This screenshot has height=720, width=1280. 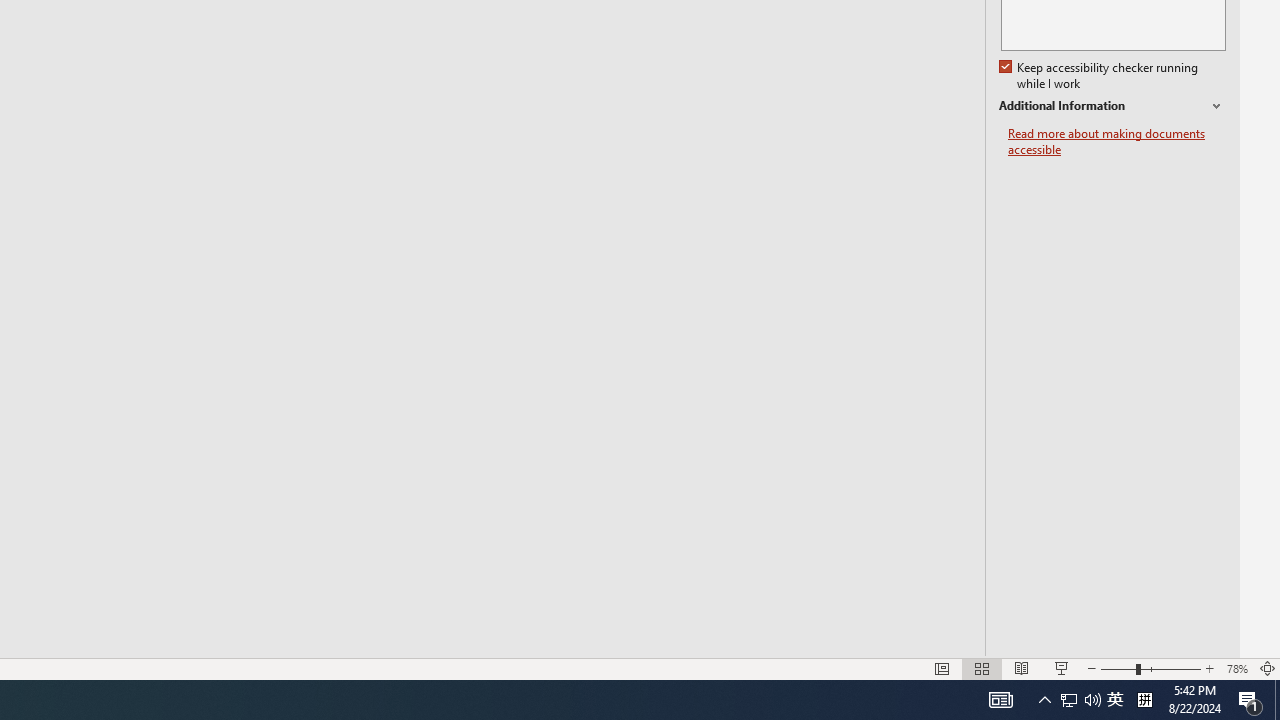 What do you see at coordinates (1099, 75) in the screenshot?
I see `'Keep accessibility checker running while I work'` at bounding box center [1099, 75].